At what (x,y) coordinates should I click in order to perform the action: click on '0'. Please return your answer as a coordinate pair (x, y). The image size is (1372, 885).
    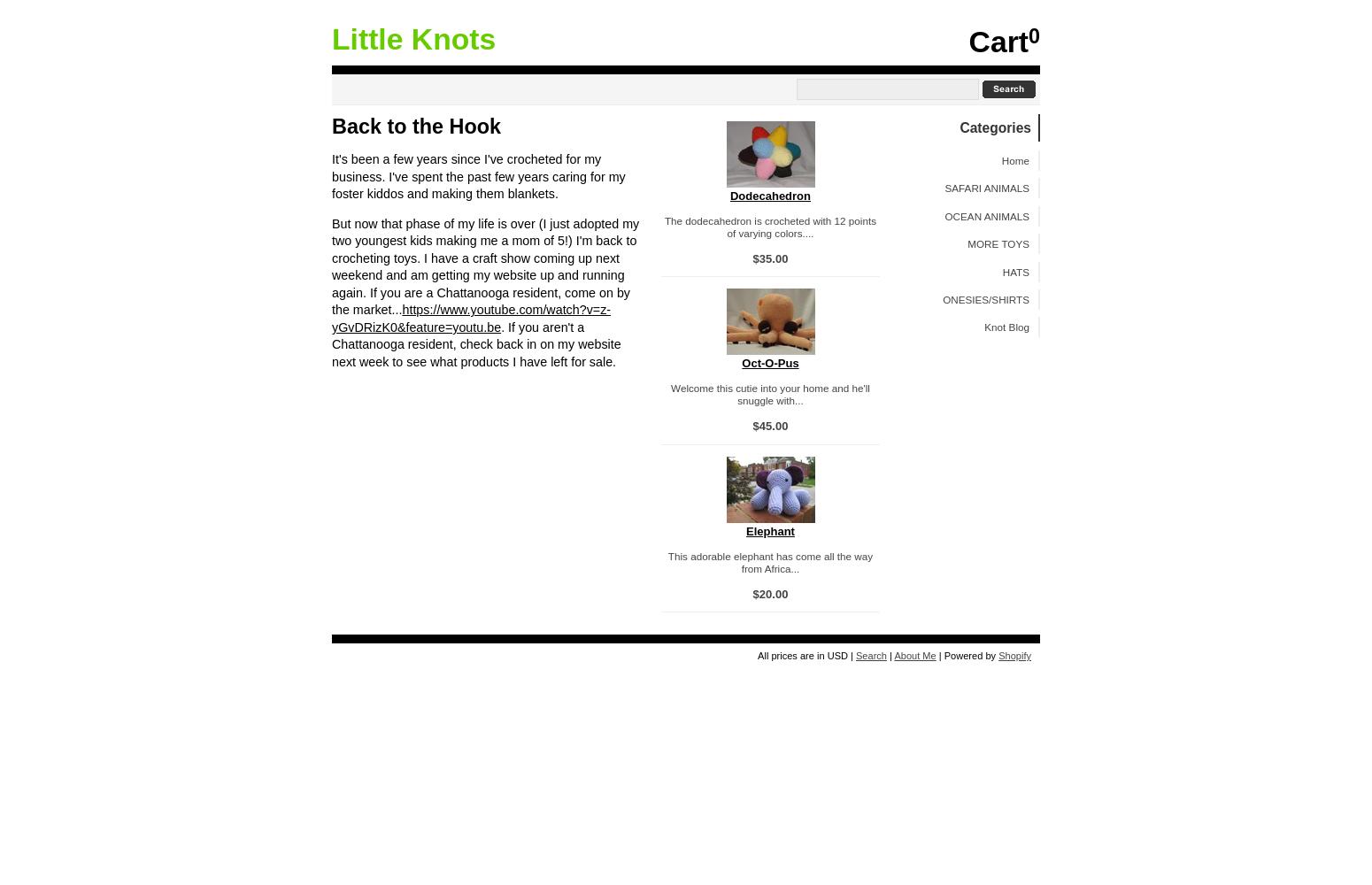
    Looking at the image, I should click on (1033, 36).